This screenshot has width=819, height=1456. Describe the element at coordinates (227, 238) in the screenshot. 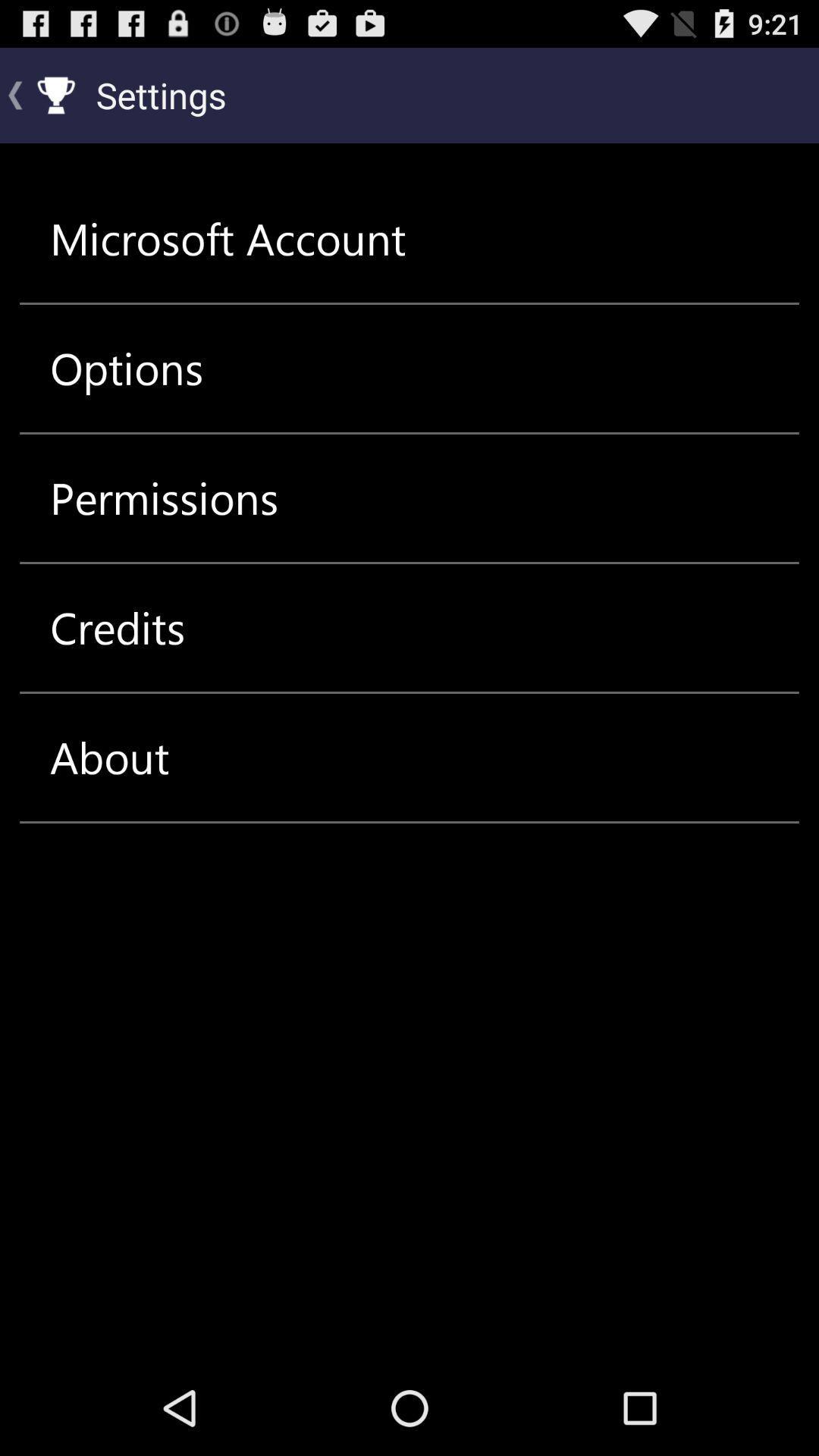

I see `microsoft account icon` at that location.